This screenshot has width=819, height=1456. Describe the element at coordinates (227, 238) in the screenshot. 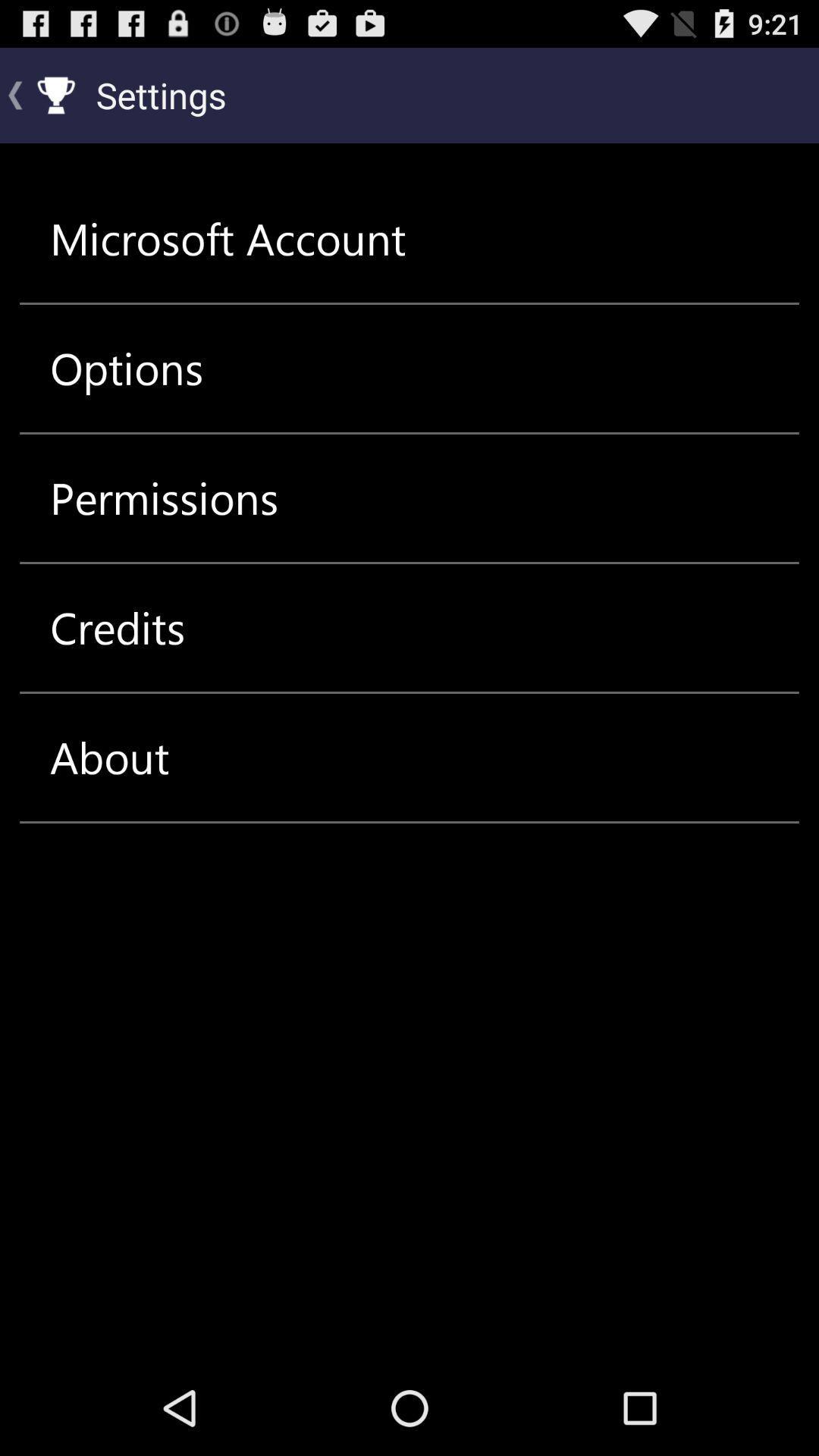

I see `microsoft account icon` at that location.